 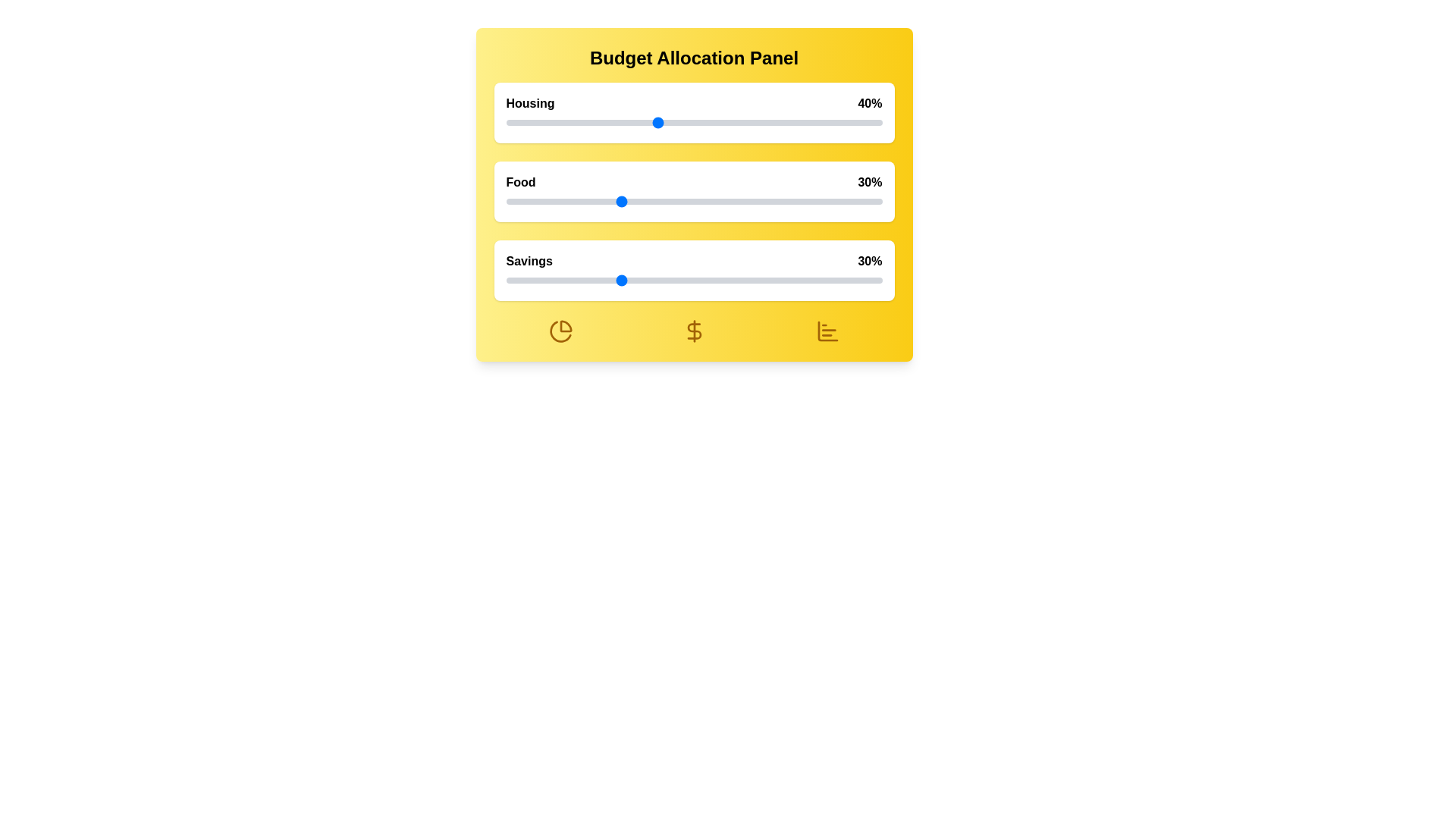 I want to click on the housing budget allocation, so click(x=742, y=122).